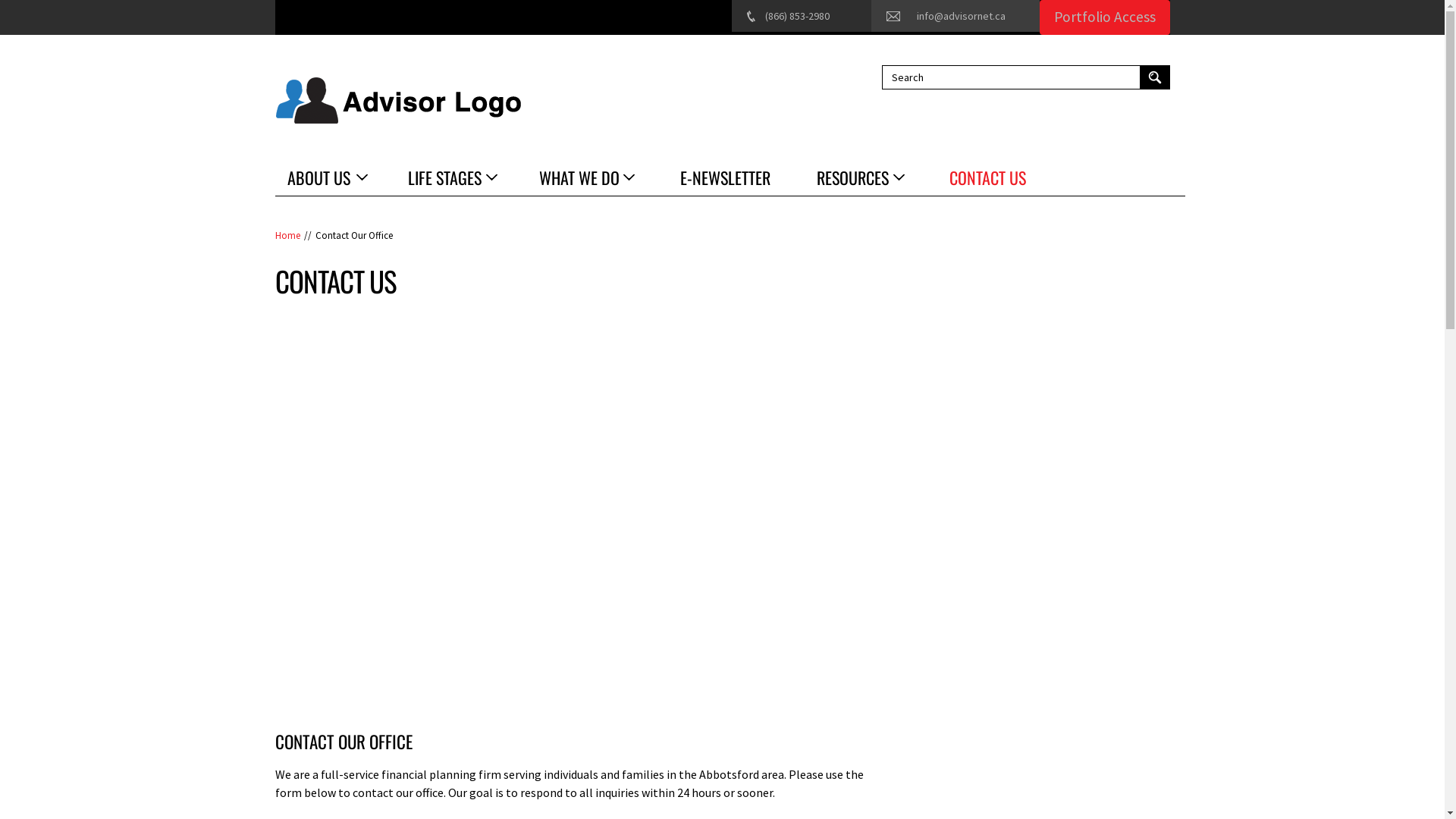  Describe the element at coordinates (858, 177) in the screenshot. I see `'RESOURCES'` at that location.